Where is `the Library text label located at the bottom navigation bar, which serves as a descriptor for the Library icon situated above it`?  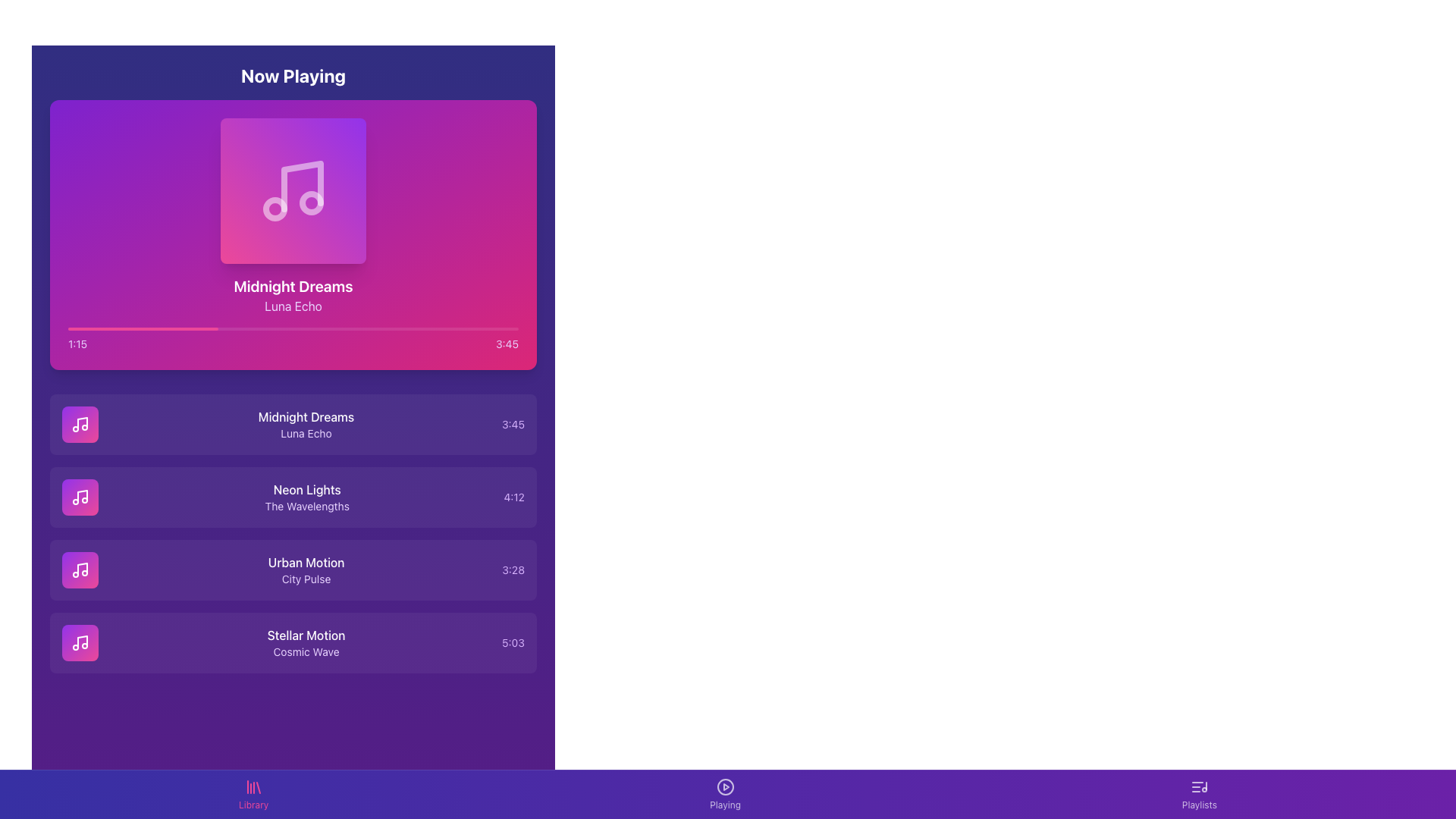 the Library text label located at the bottom navigation bar, which serves as a descriptor for the Library icon situated above it is located at coordinates (253, 804).